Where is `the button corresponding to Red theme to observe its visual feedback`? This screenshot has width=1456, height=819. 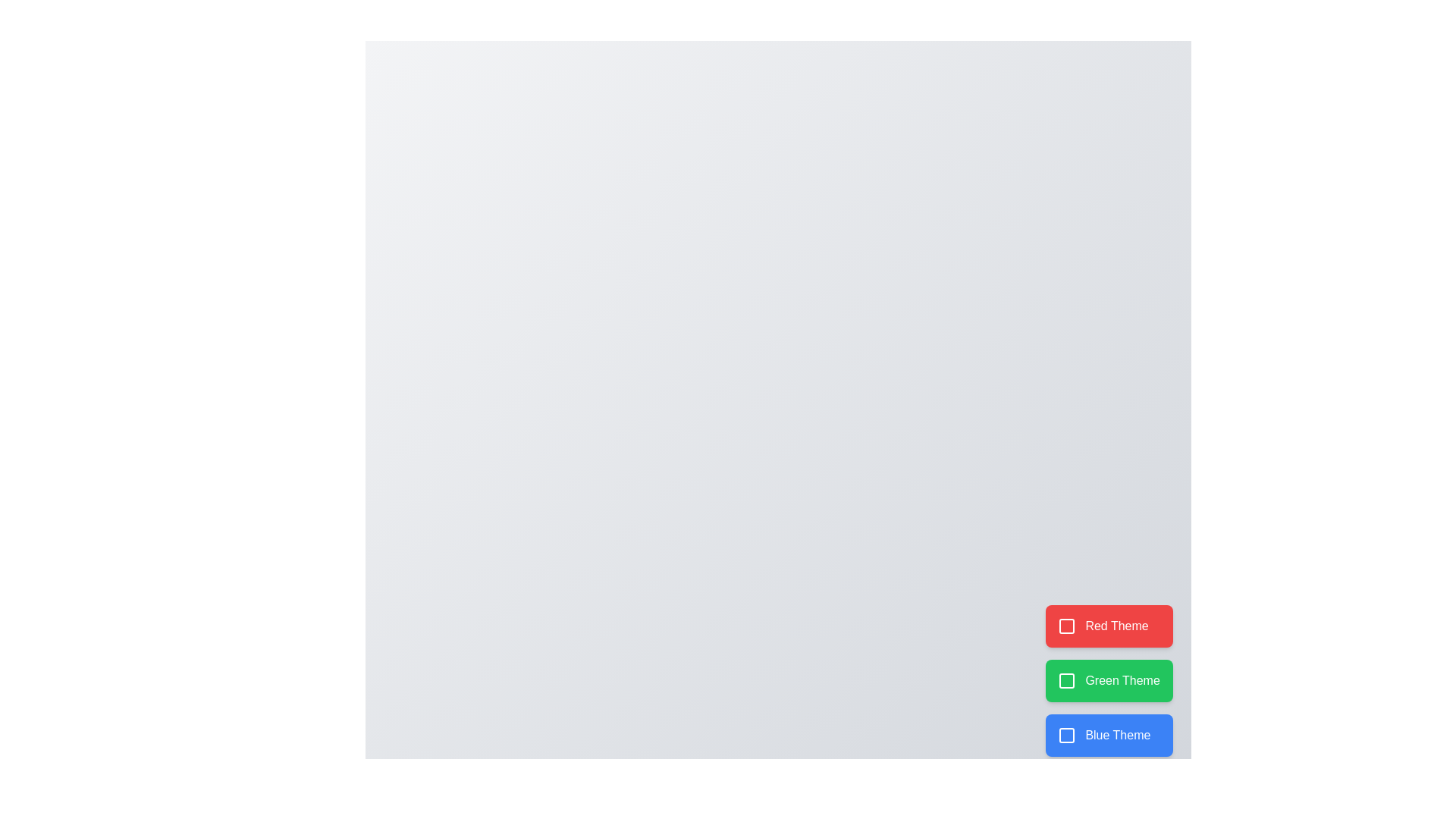 the button corresponding to Red theme to observe its visual feedback is located at coordinates (1109, 626).